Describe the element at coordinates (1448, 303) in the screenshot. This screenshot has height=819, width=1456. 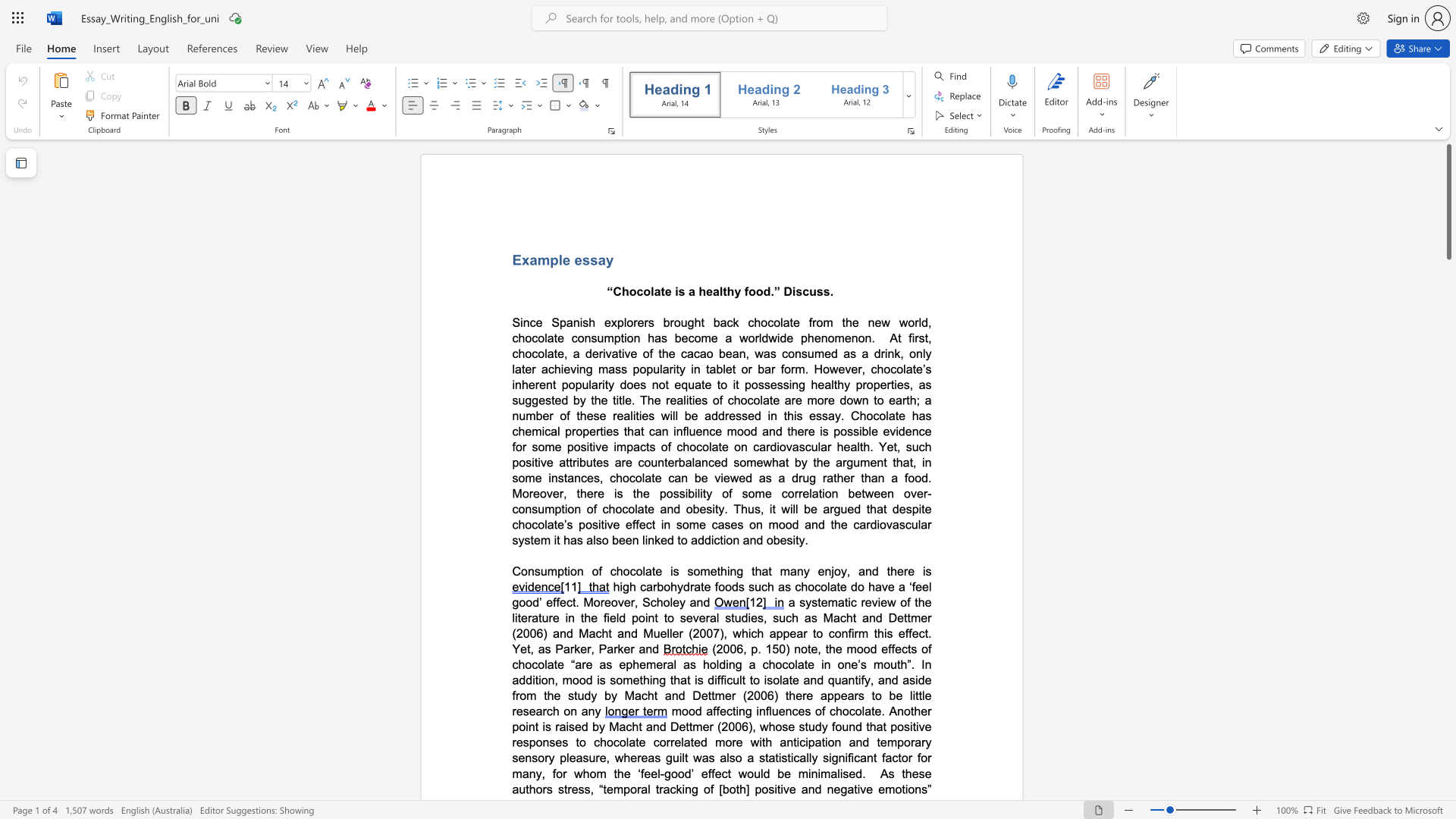
I see `the scrollbar on the right to shift the page lower` at that location.